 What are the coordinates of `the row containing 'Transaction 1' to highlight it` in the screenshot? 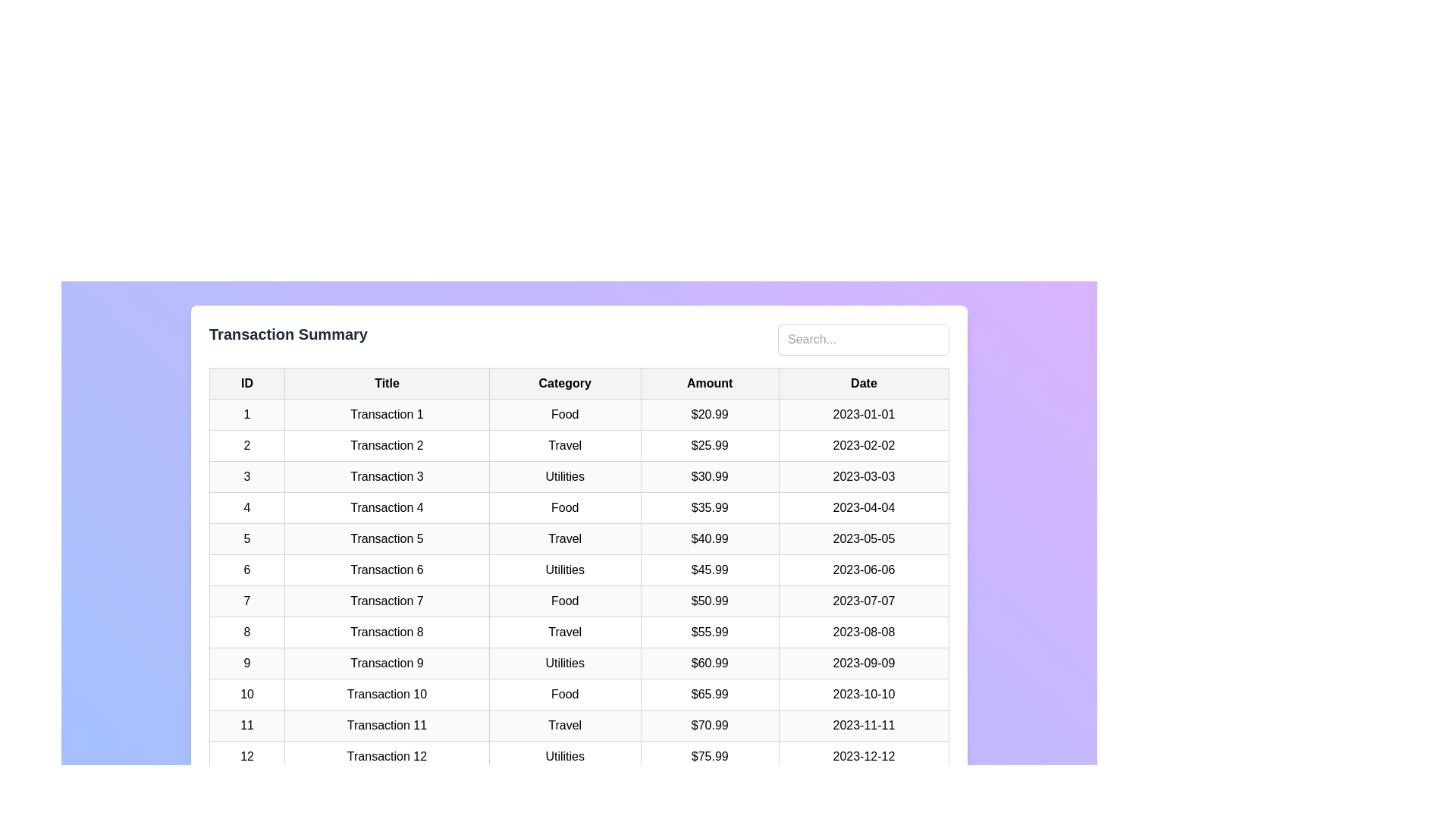 It's located at (578, 415).